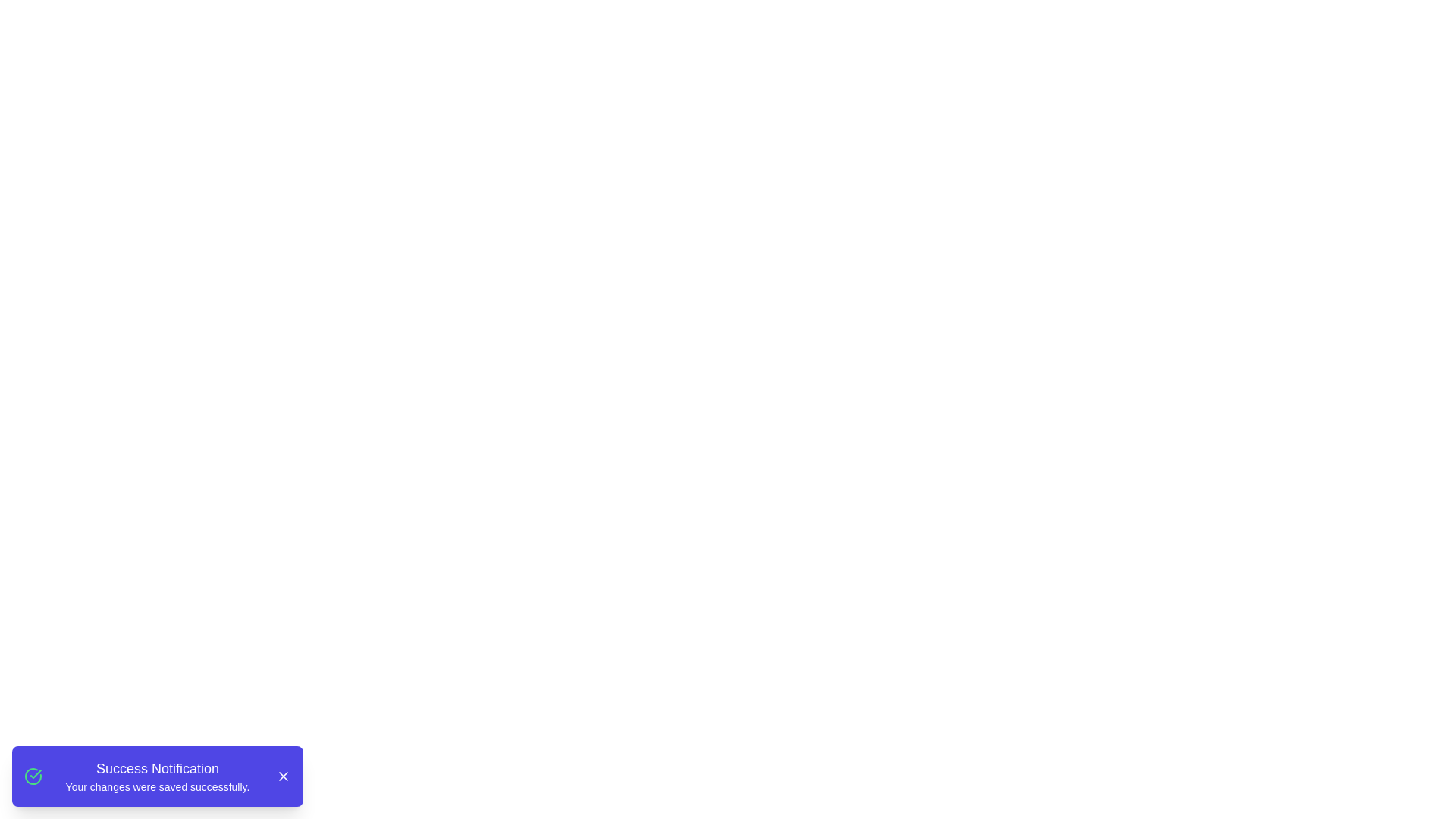 Image resolution: width=1456 pixels, height=819 pixels. I want to click on the close button to observe additional styles, so click(284, 776).